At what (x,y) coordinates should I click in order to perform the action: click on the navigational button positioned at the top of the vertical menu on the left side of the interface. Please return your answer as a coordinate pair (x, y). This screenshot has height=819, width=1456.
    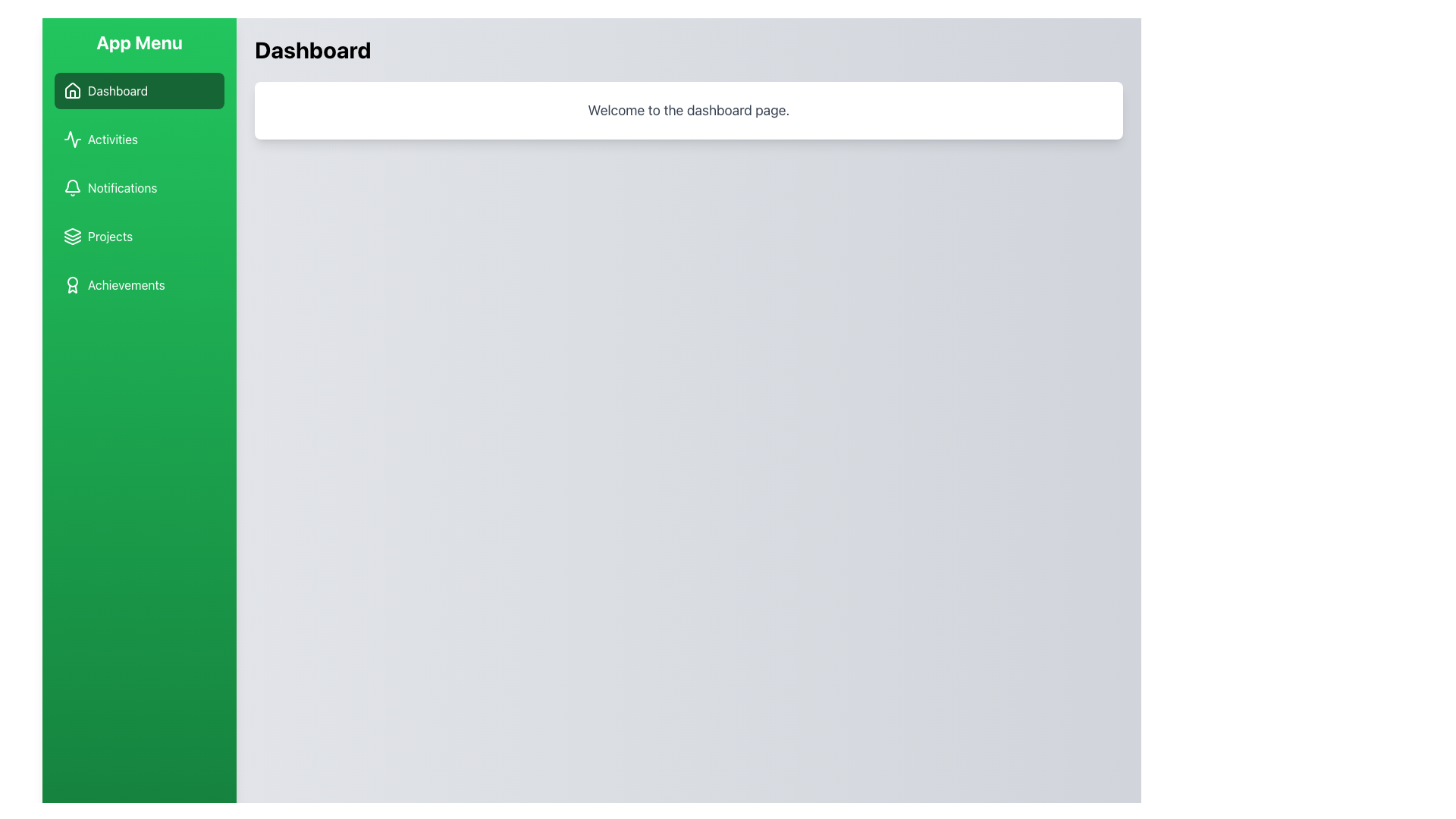
    Looking at the image, I should click on (139, 90).